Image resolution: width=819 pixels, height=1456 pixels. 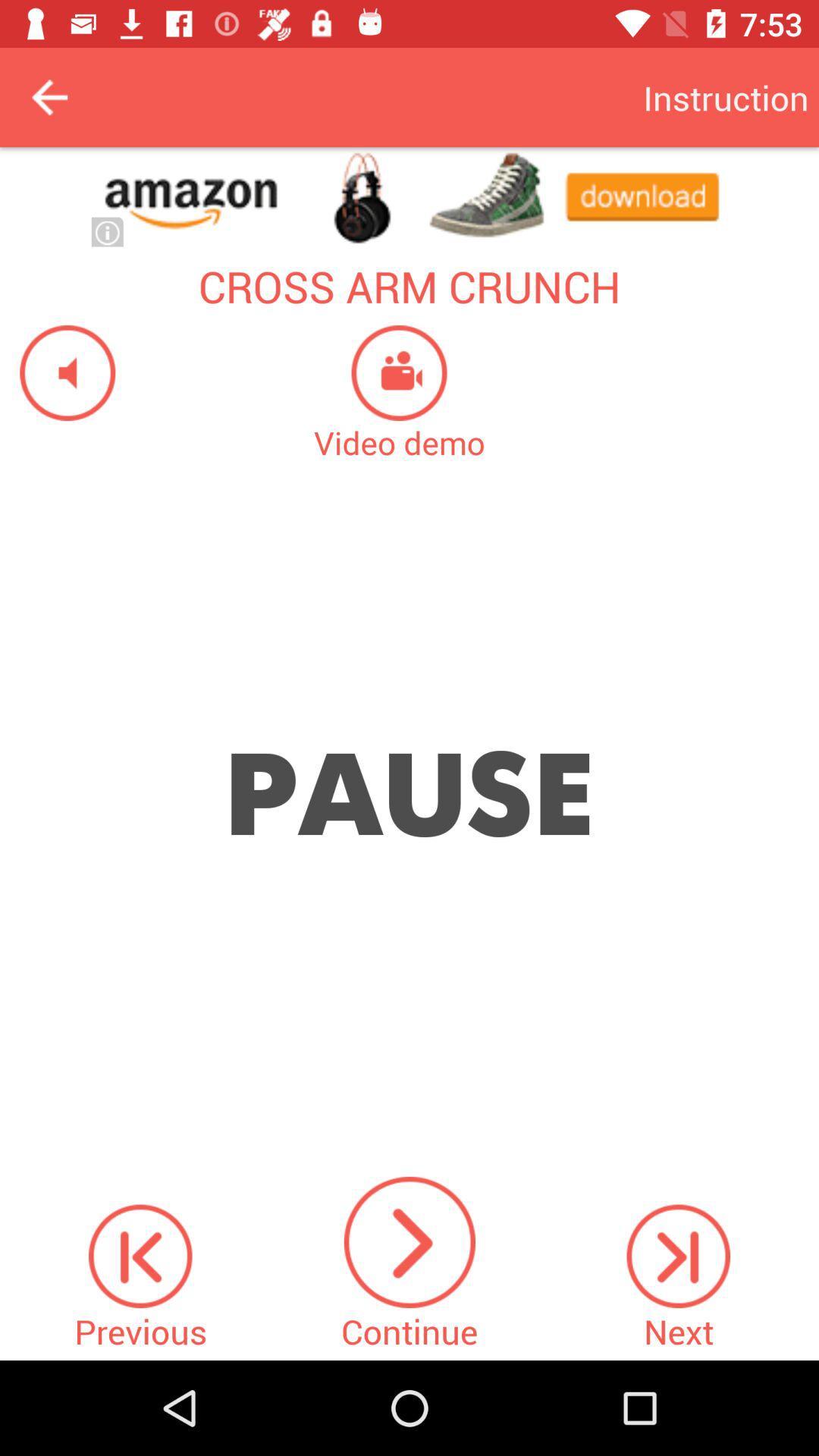 What do you see at coordinates (57, 372) in the screenshot?
I see `sound` at bounding box center [57, 372].